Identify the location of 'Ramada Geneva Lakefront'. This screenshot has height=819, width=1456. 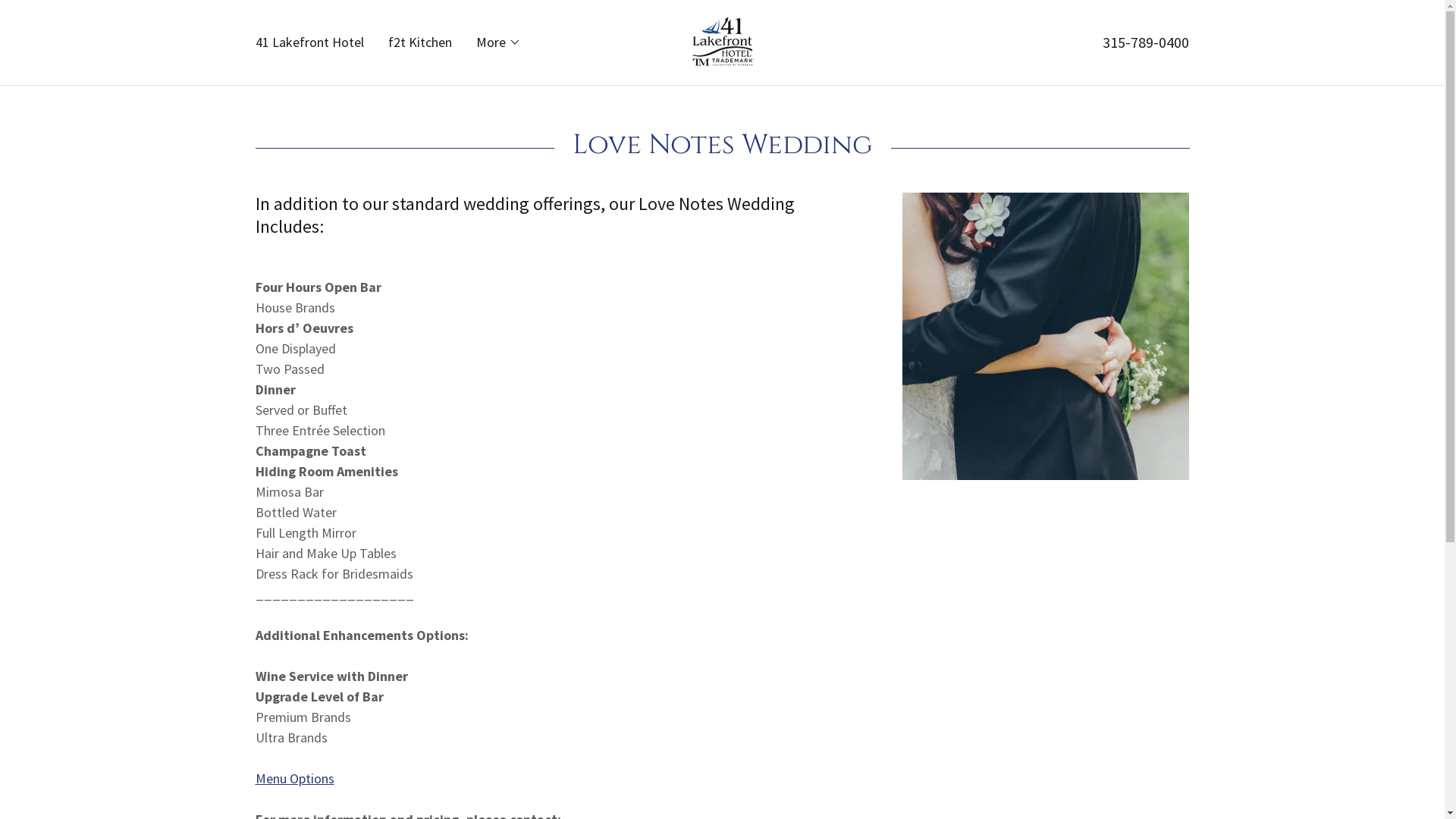
(720, 39).